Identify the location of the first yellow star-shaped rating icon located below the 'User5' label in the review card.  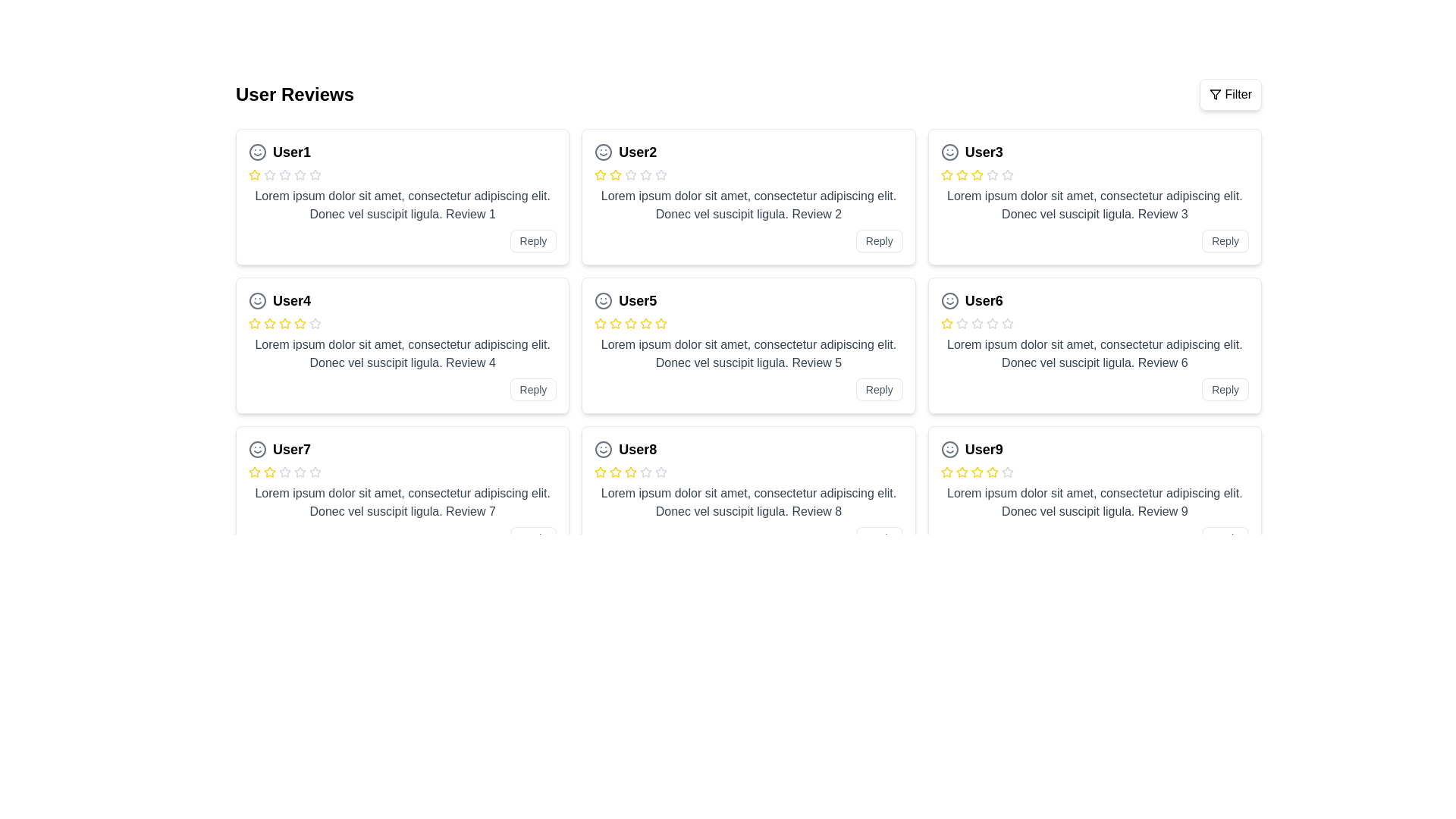
(600, 323).